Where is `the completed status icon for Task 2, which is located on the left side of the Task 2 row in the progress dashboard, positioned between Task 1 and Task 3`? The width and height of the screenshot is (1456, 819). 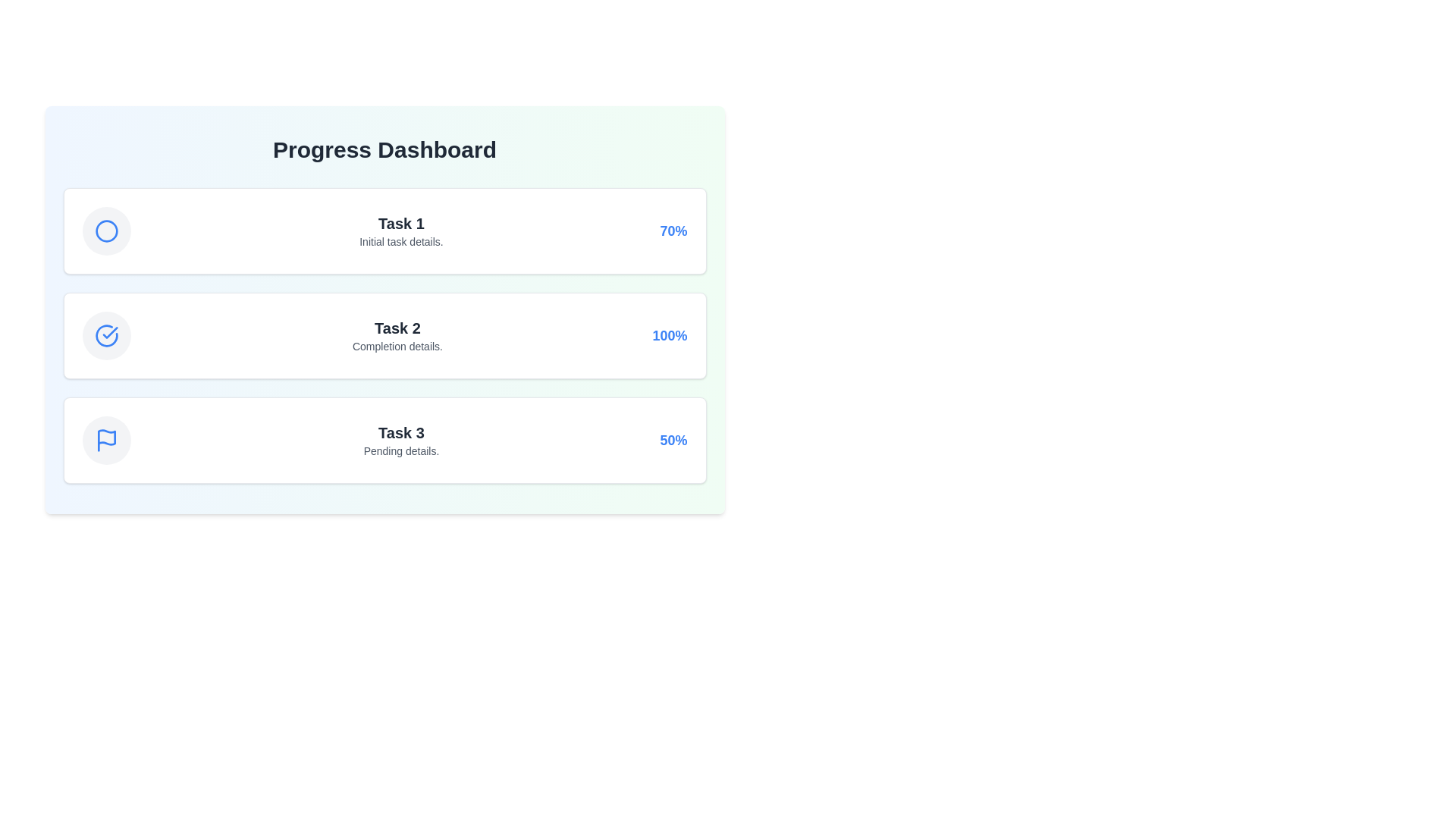
the completed status icon for Task 2, which is located on the left side of the Task 2 row in the progress dashboard, positioned between Task 1 and Task 3 is located at coordinates (105, 335).